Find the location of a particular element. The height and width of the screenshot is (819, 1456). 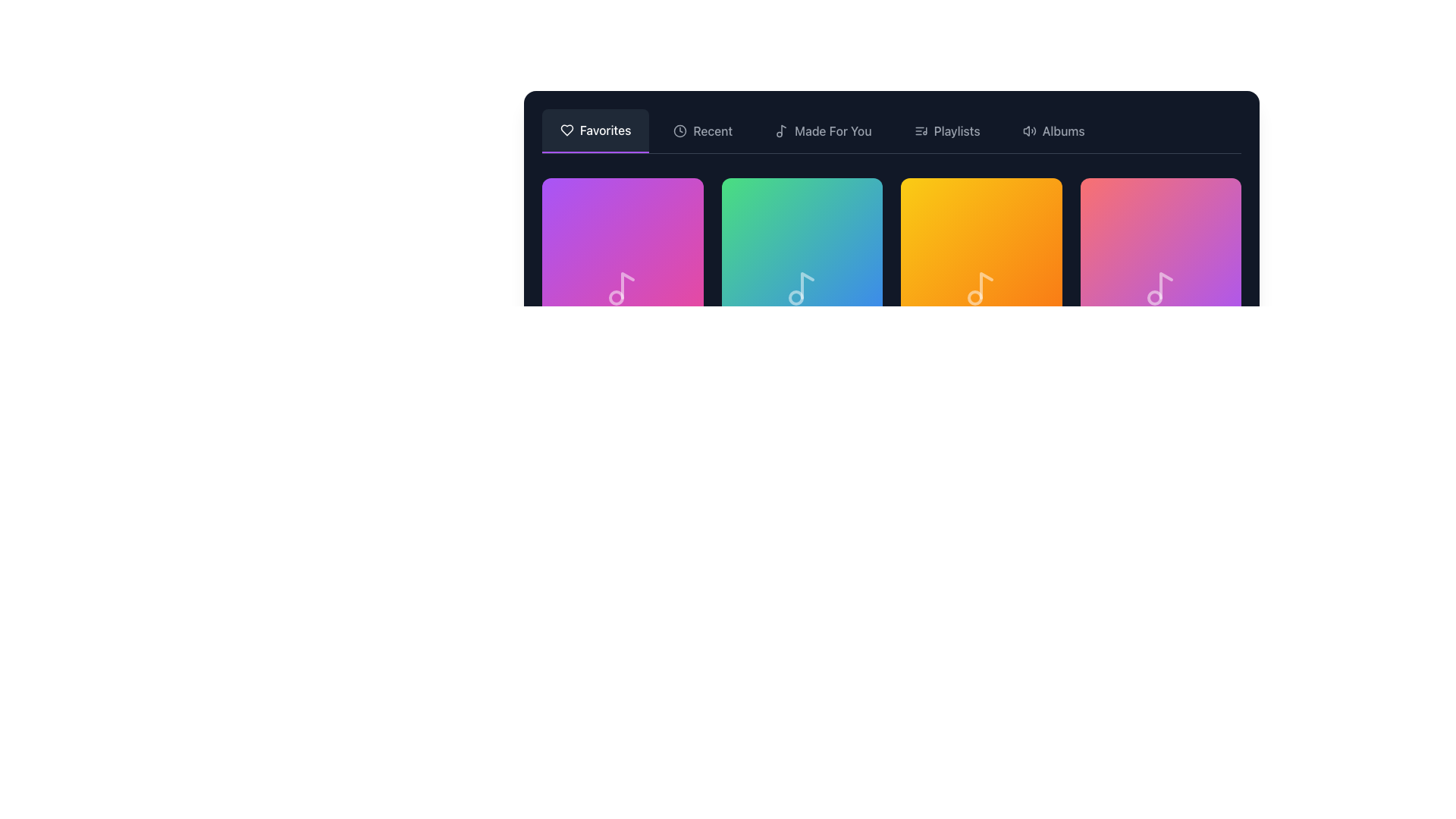

the interactive music playlist card located in the top row's fourth position is located at coordinates (1159, 258).